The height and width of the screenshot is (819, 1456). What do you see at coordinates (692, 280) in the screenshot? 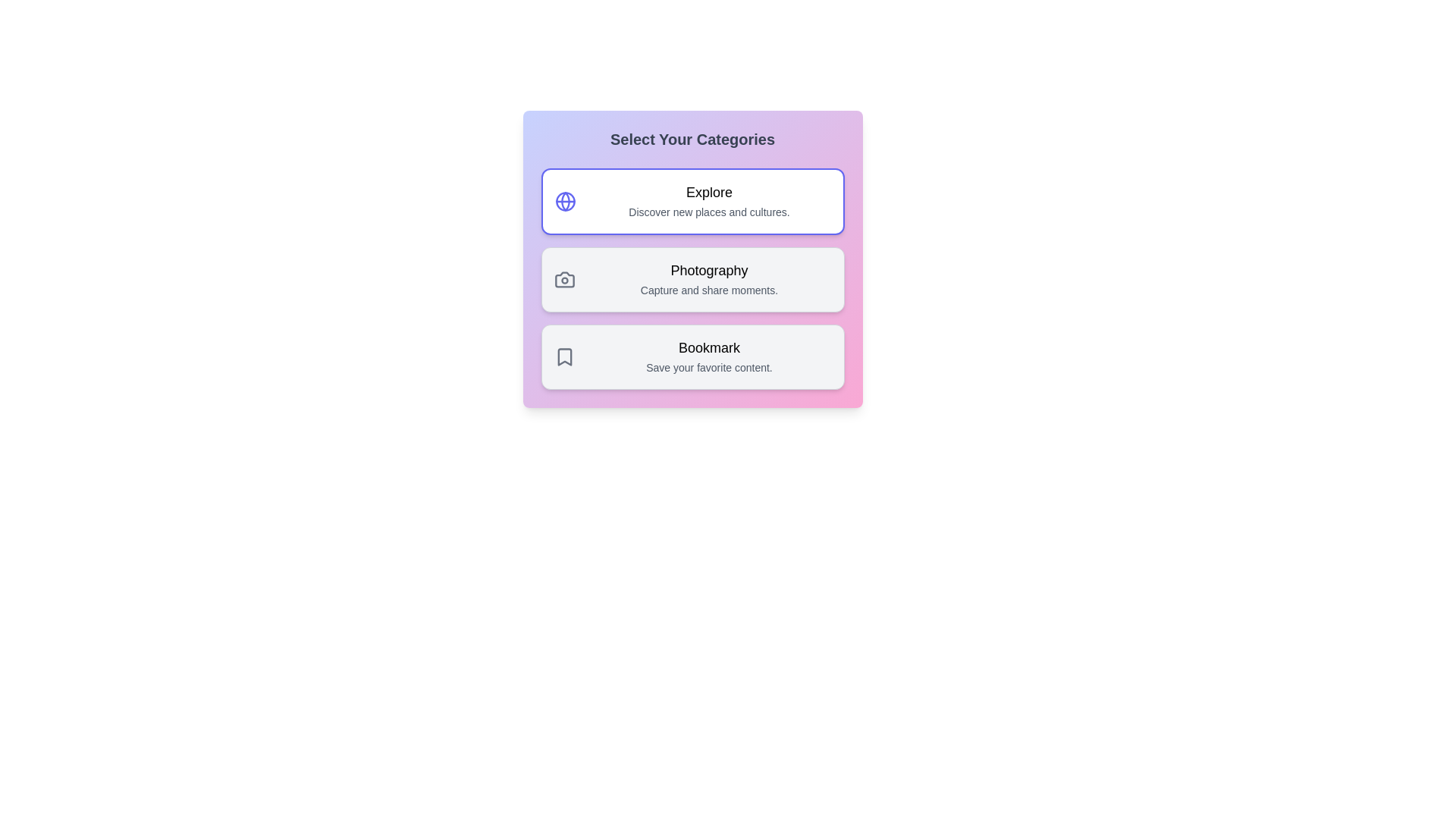
I see `the category Photography` at bounding box center [692, 280].